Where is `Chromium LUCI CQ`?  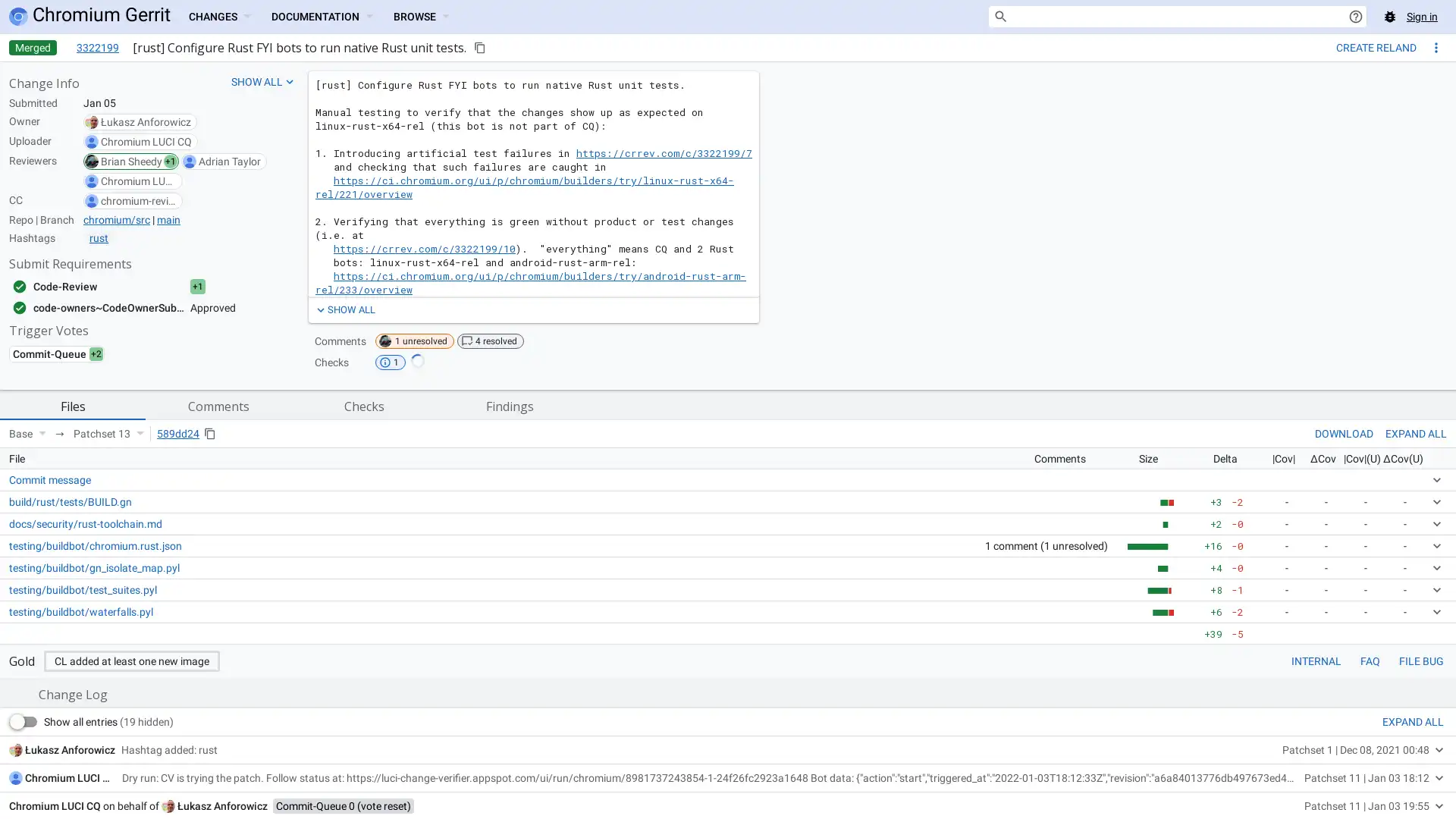
Chromium LUCI CQ is located at coordinates (69, 778).